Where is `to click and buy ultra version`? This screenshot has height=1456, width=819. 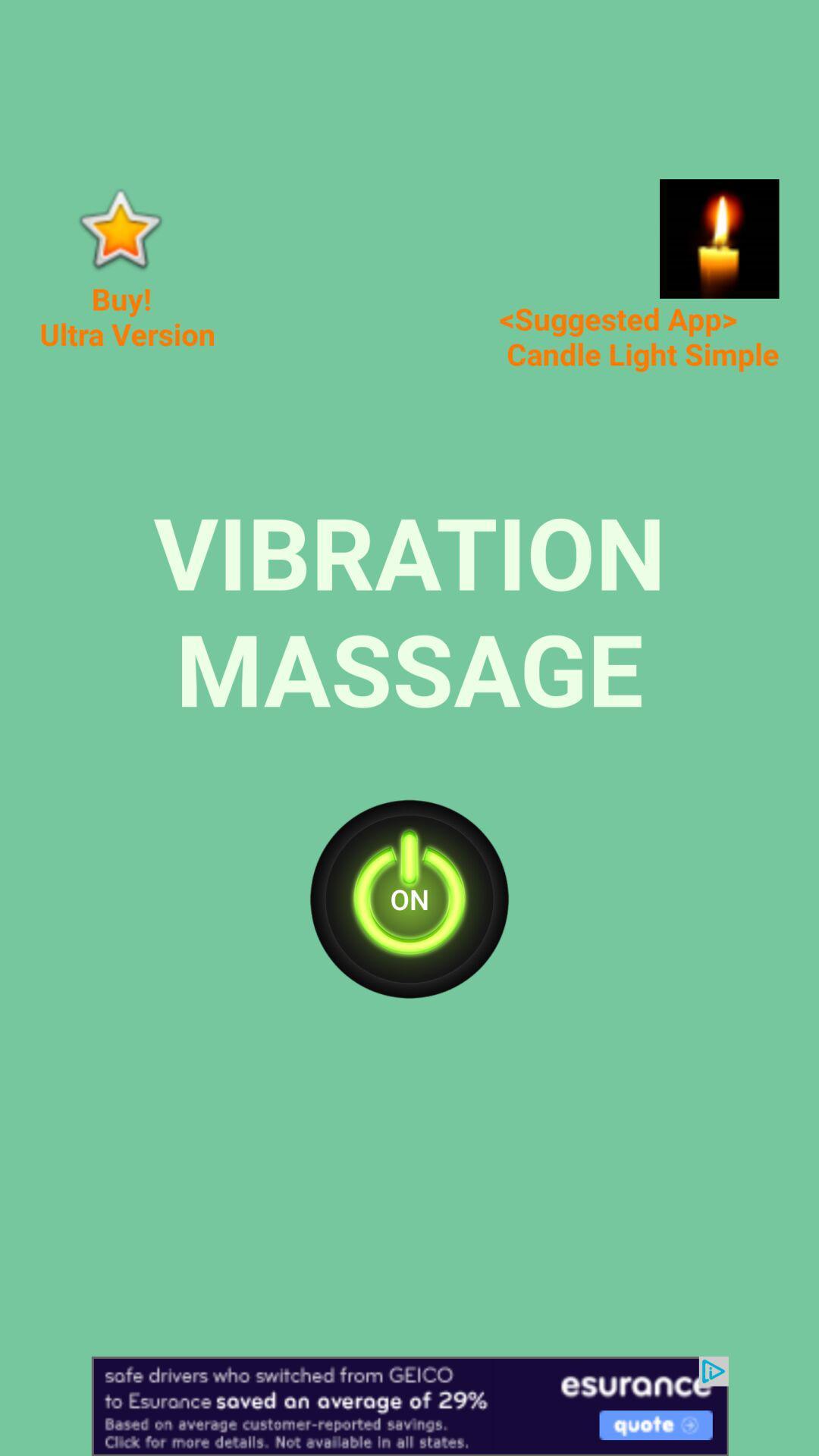 to click and buy ultra version is located at coordinates (118, 227).